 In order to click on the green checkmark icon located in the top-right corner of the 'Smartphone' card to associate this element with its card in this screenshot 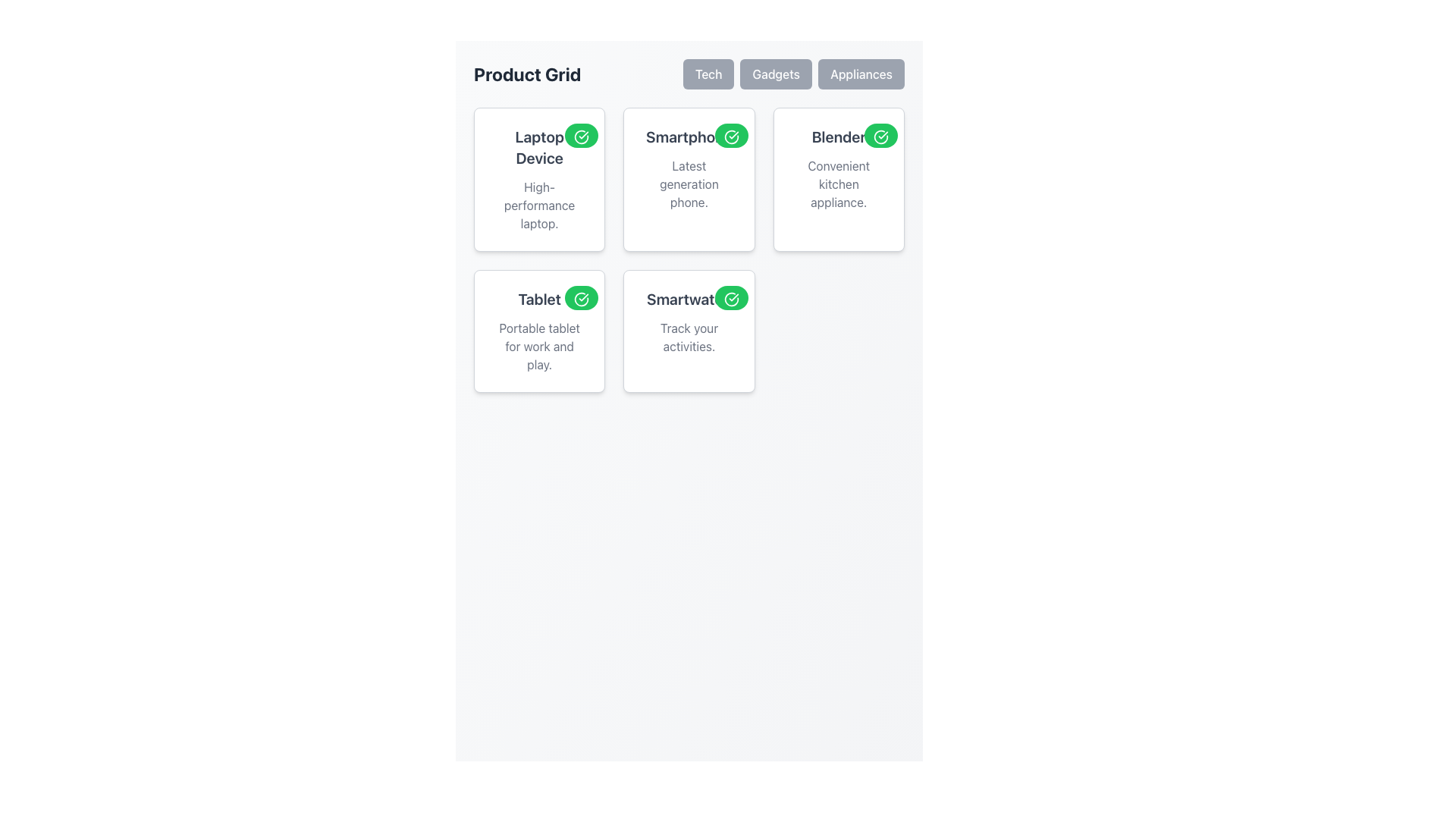, I will do `click(731, 136)`.